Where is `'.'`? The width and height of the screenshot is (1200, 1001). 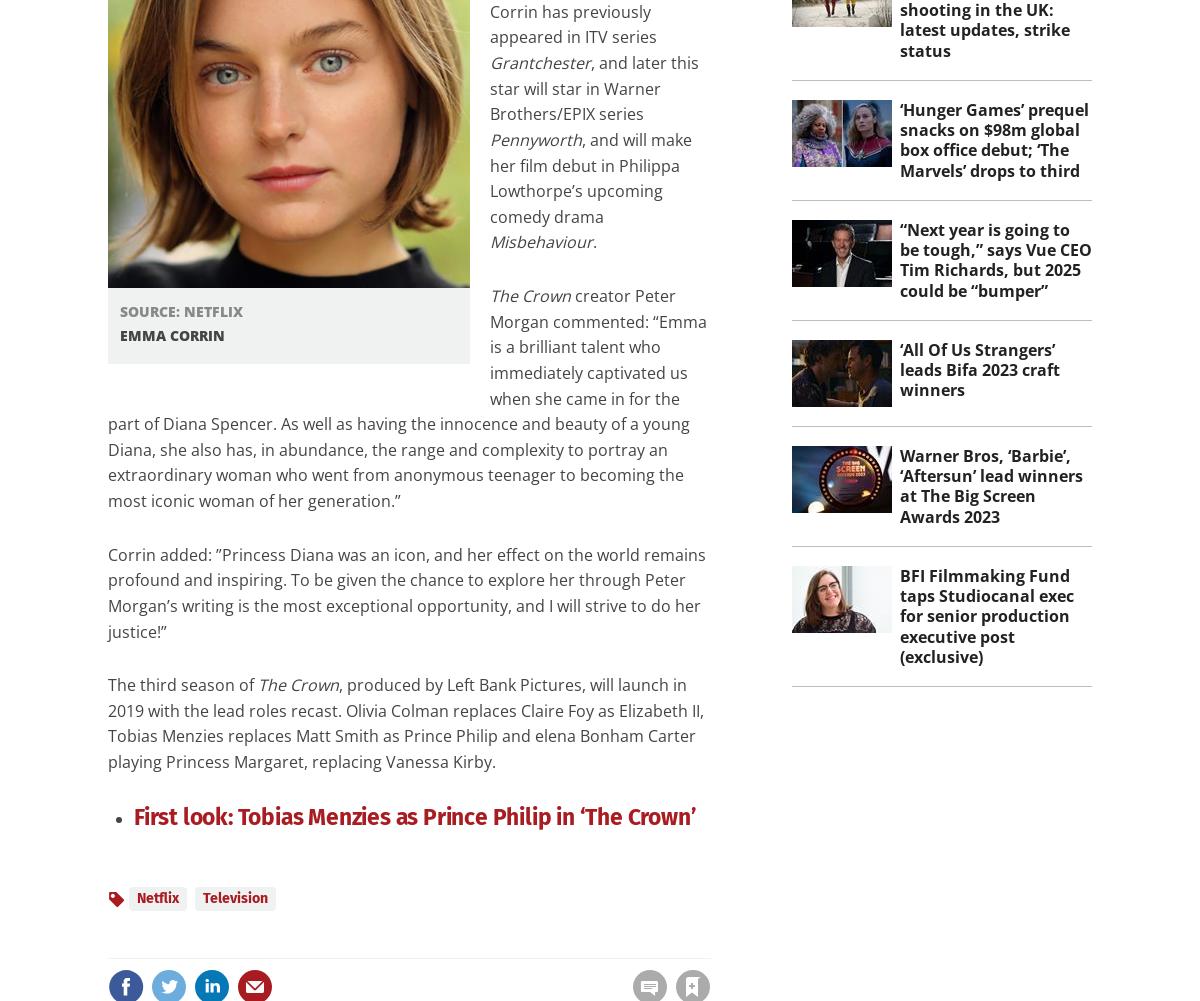 '.' is located at coordinates (593, 241).